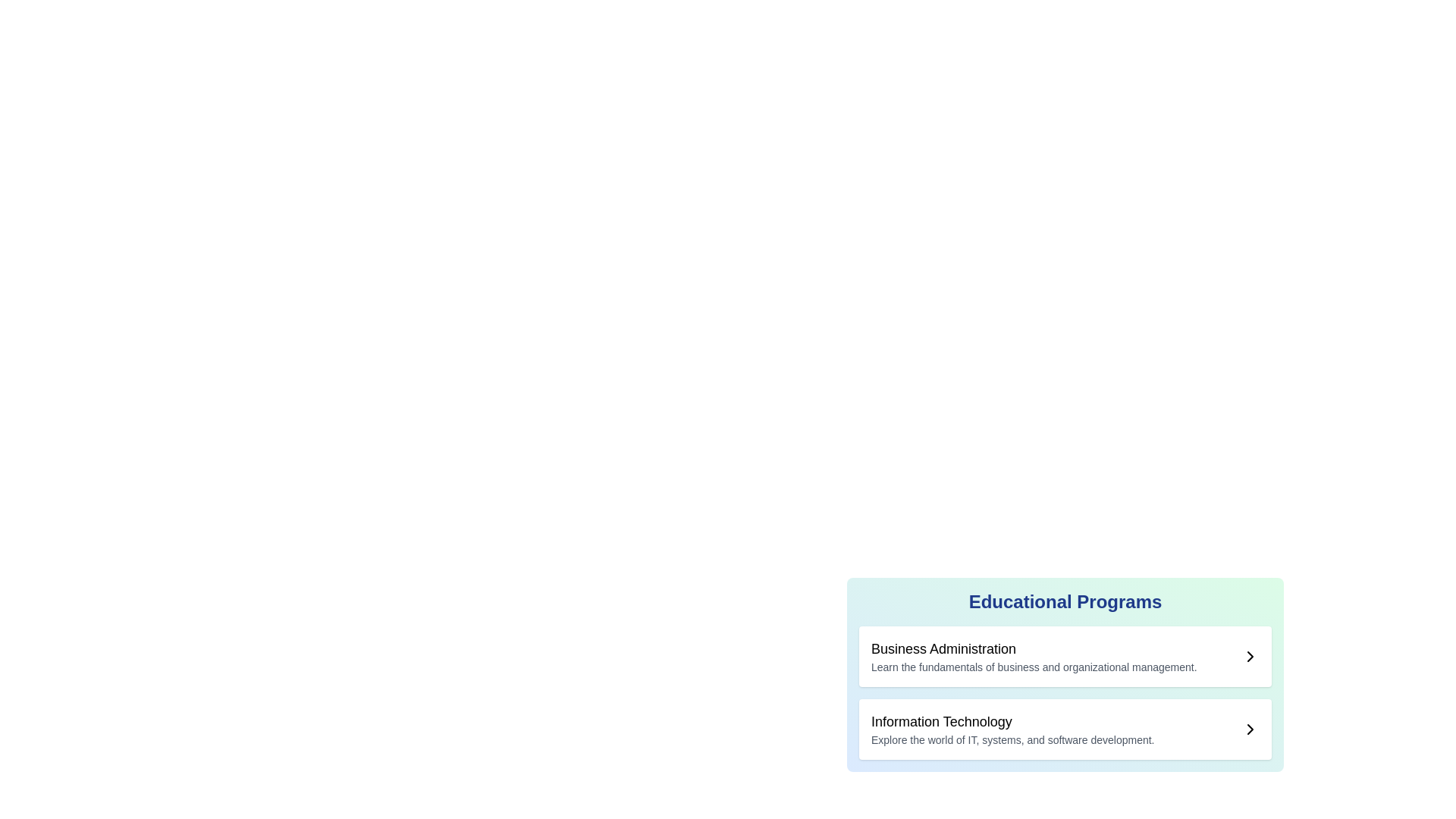 The height and width of the screenshot is (819, 1456). What do you see at coordinates (1033, 666) in the screenshot?
I see `descriptive text element located below the 'Business Administration' header in the 'Educational Programs' section, which provides context and additional details about the topic` at bounding box center [1033, 666].